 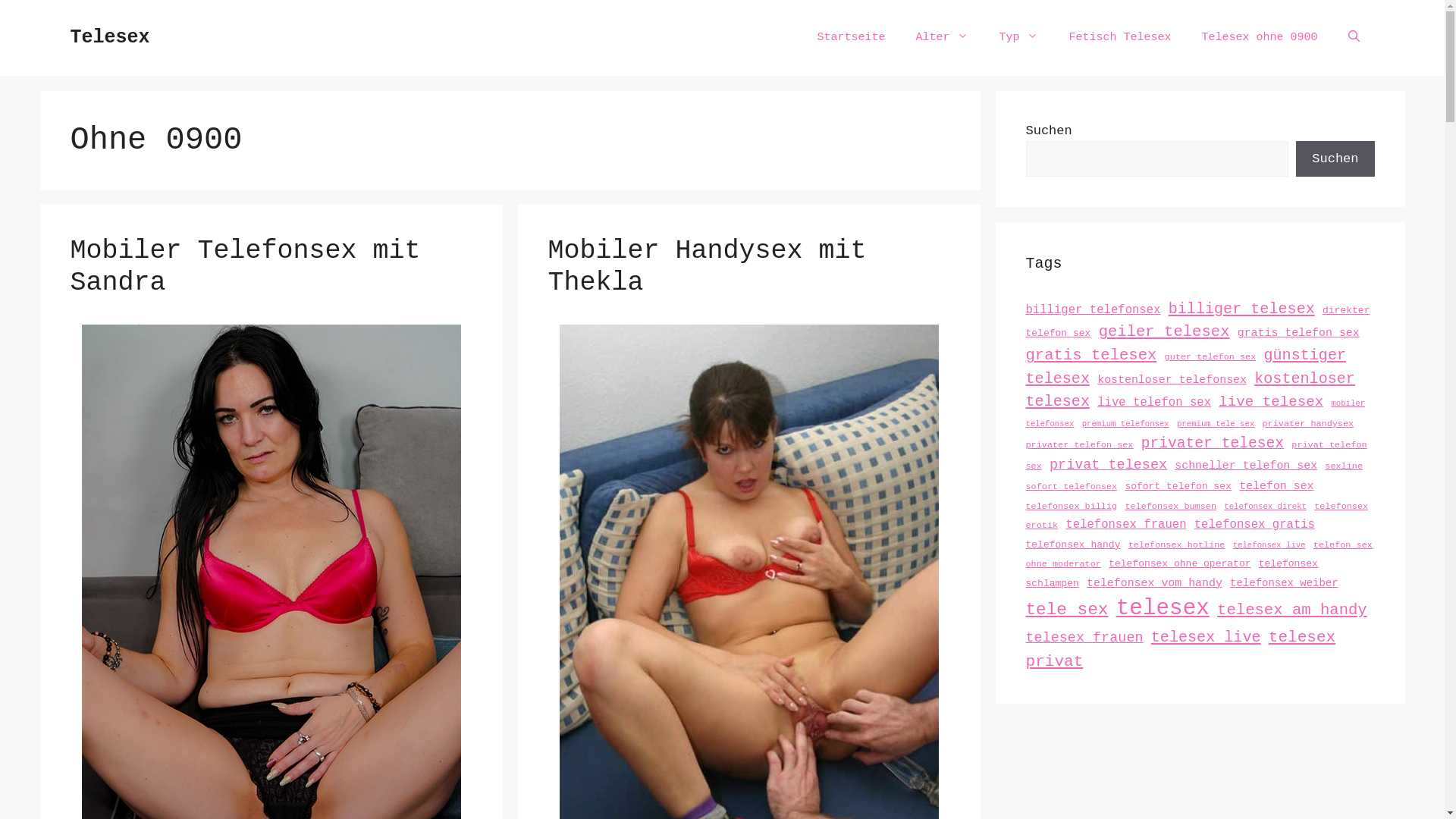 I want to click on 'telesex am handy', so click(x=1291, y=609).